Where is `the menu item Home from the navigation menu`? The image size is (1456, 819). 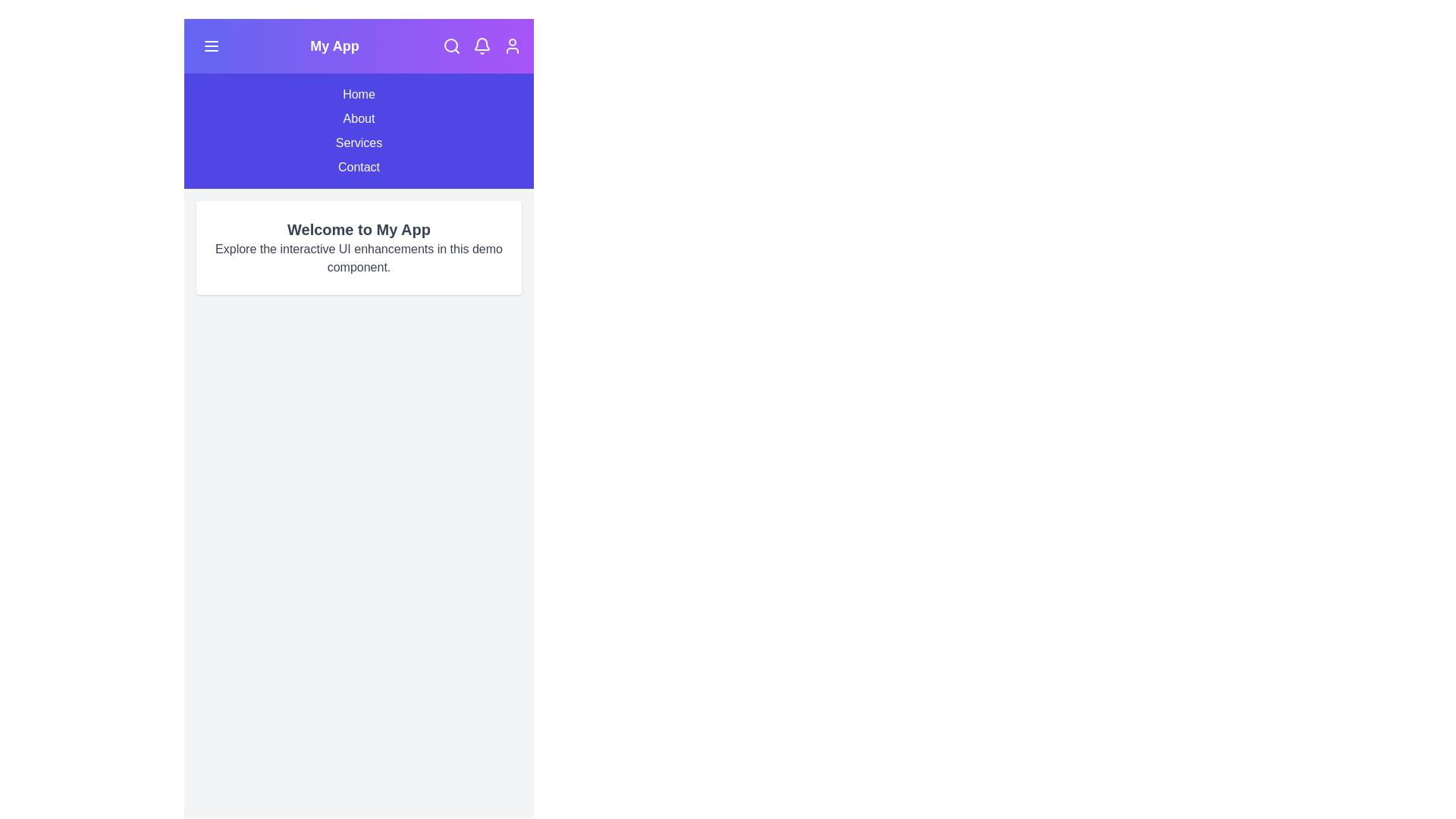 the menu item Home from the navigation menu is located at coordinates (358, 94).